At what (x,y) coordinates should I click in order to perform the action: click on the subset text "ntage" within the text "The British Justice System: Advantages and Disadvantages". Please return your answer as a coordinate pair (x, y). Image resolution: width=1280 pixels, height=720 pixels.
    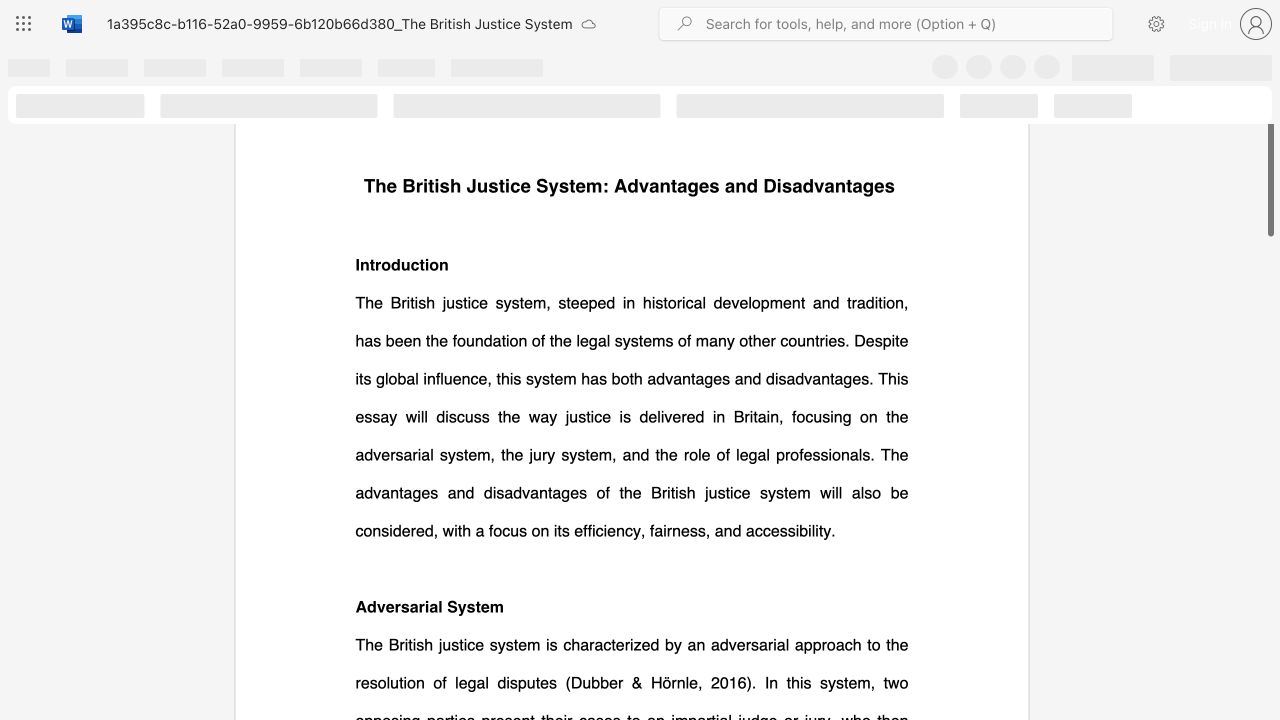
    Looking at the image, I should click on (834, 185).